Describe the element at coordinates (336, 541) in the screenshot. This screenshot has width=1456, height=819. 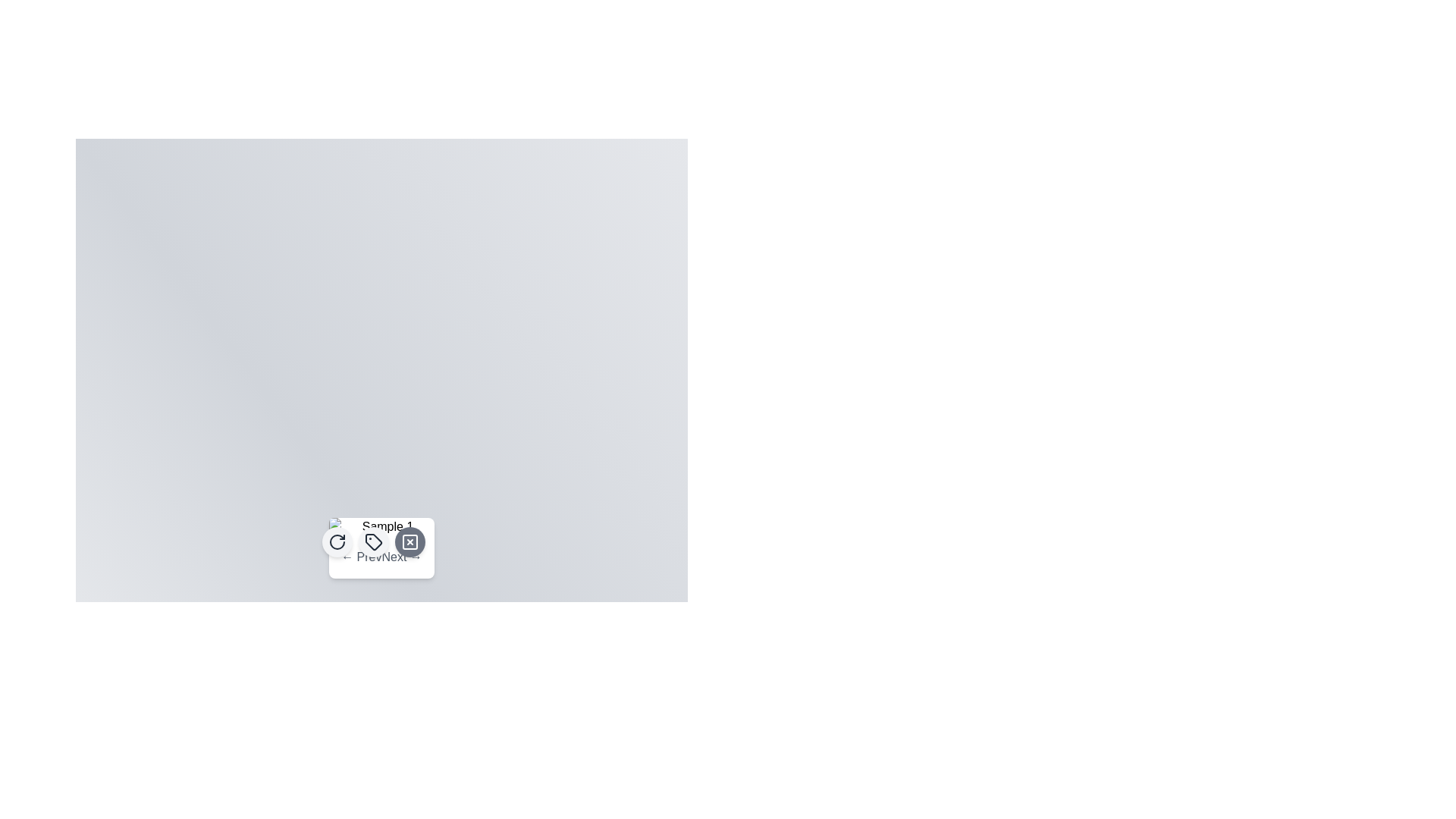
I see `the refresh button with an icon located at the top-right section of the submenu` at that location.